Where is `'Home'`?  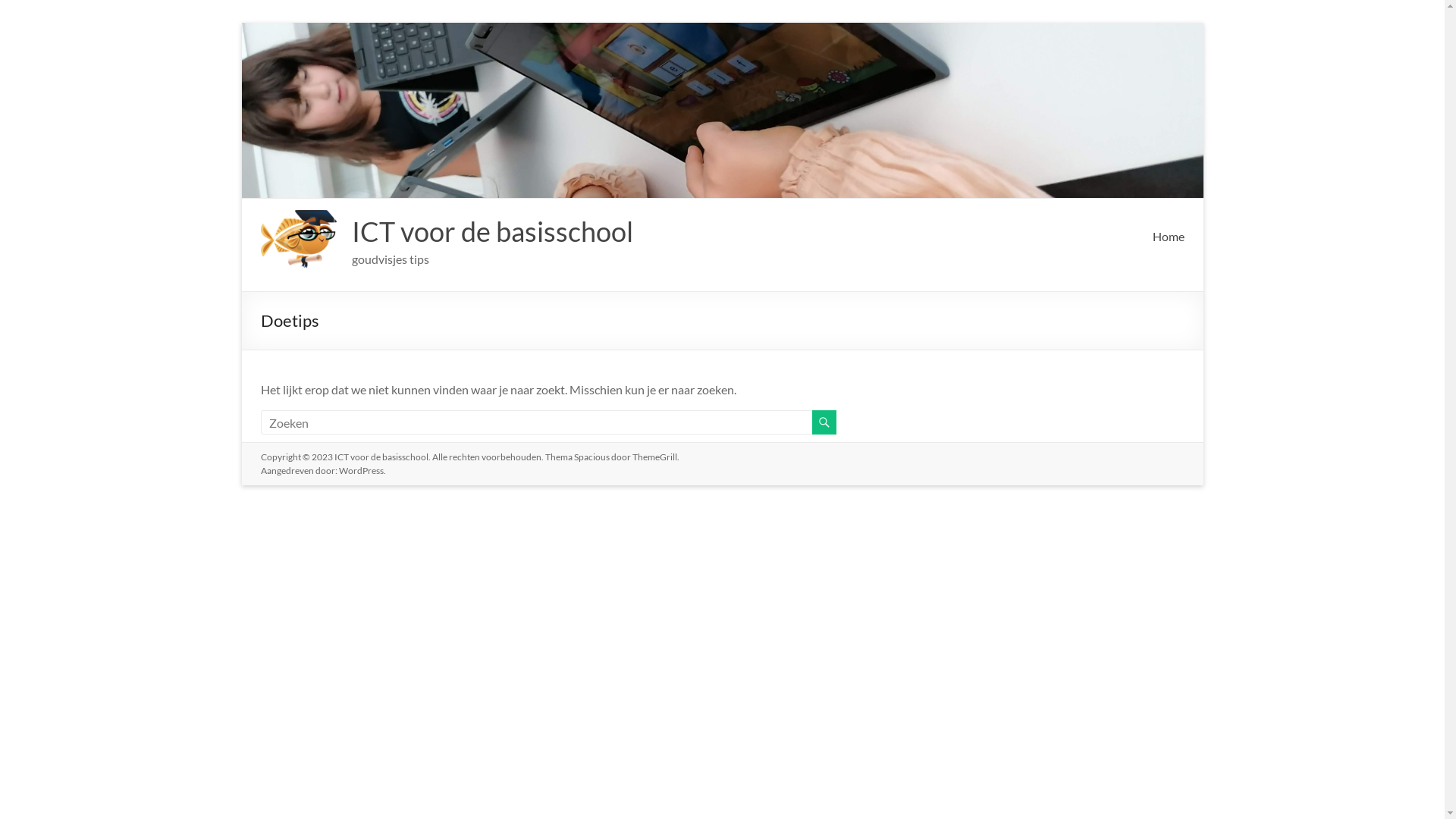 'Home' is located at coordinates (1153, 237).